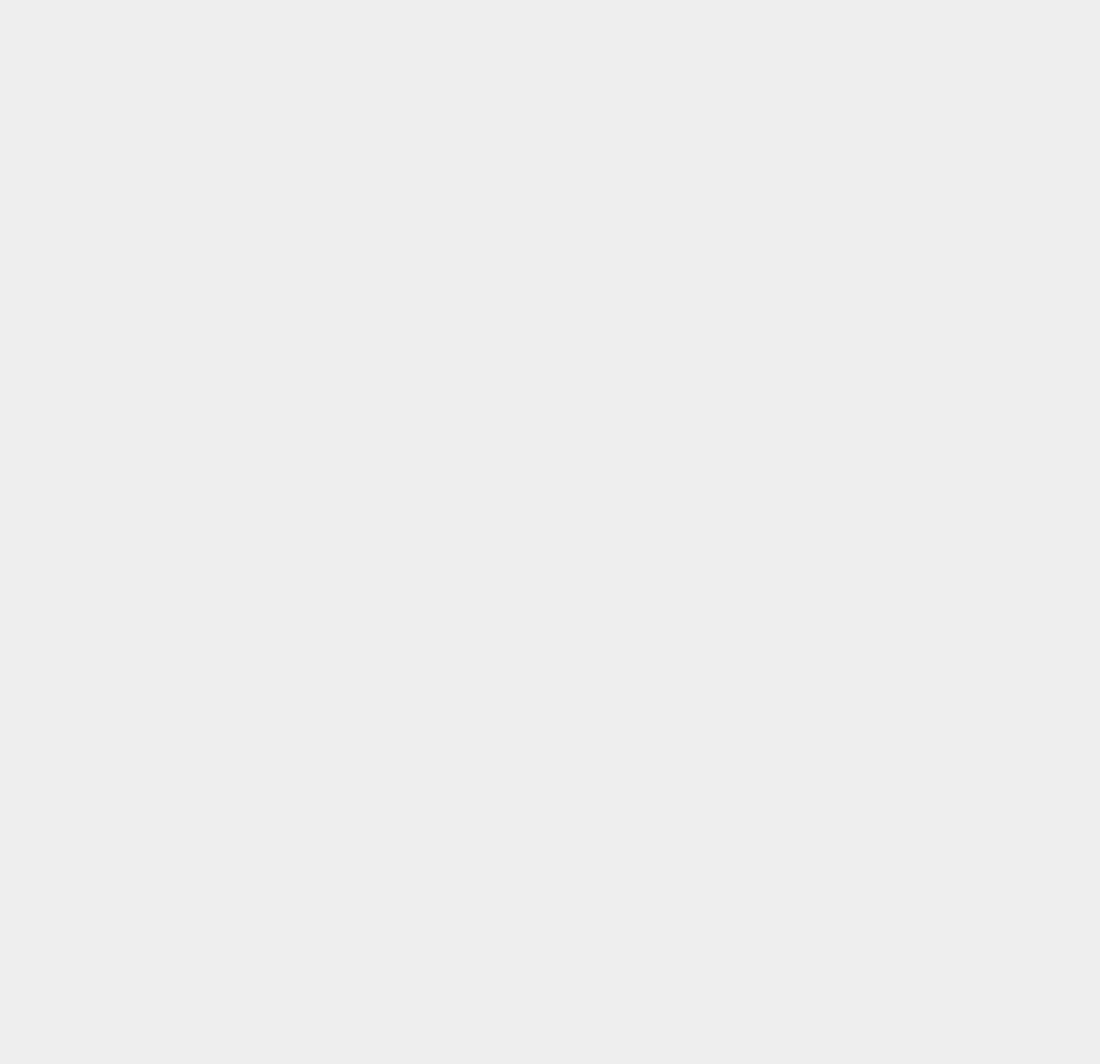  I want to click on 'Electra', so click(799, 435).